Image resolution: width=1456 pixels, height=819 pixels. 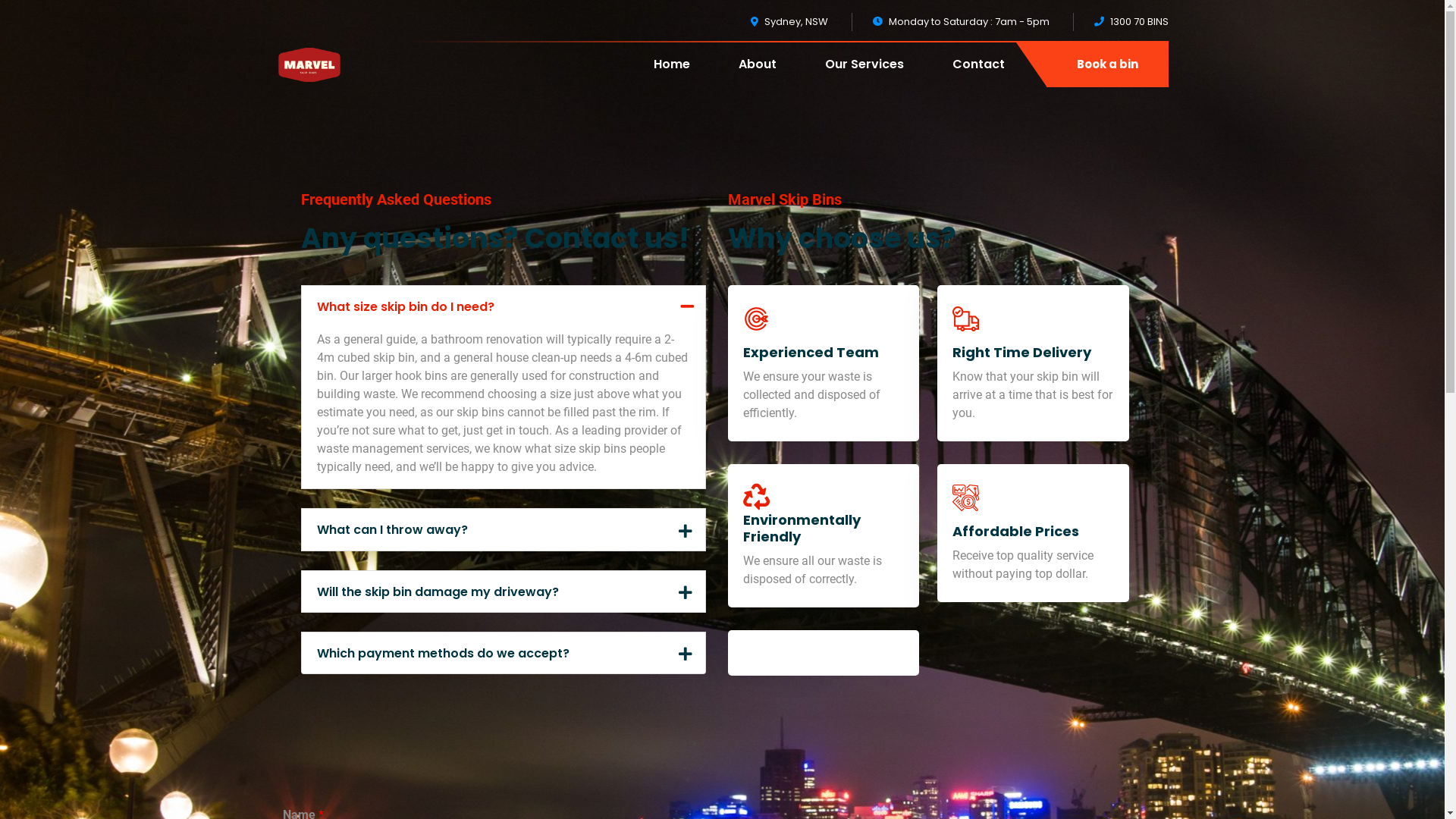 I want to click on 'About', so click(x=757, y=75).